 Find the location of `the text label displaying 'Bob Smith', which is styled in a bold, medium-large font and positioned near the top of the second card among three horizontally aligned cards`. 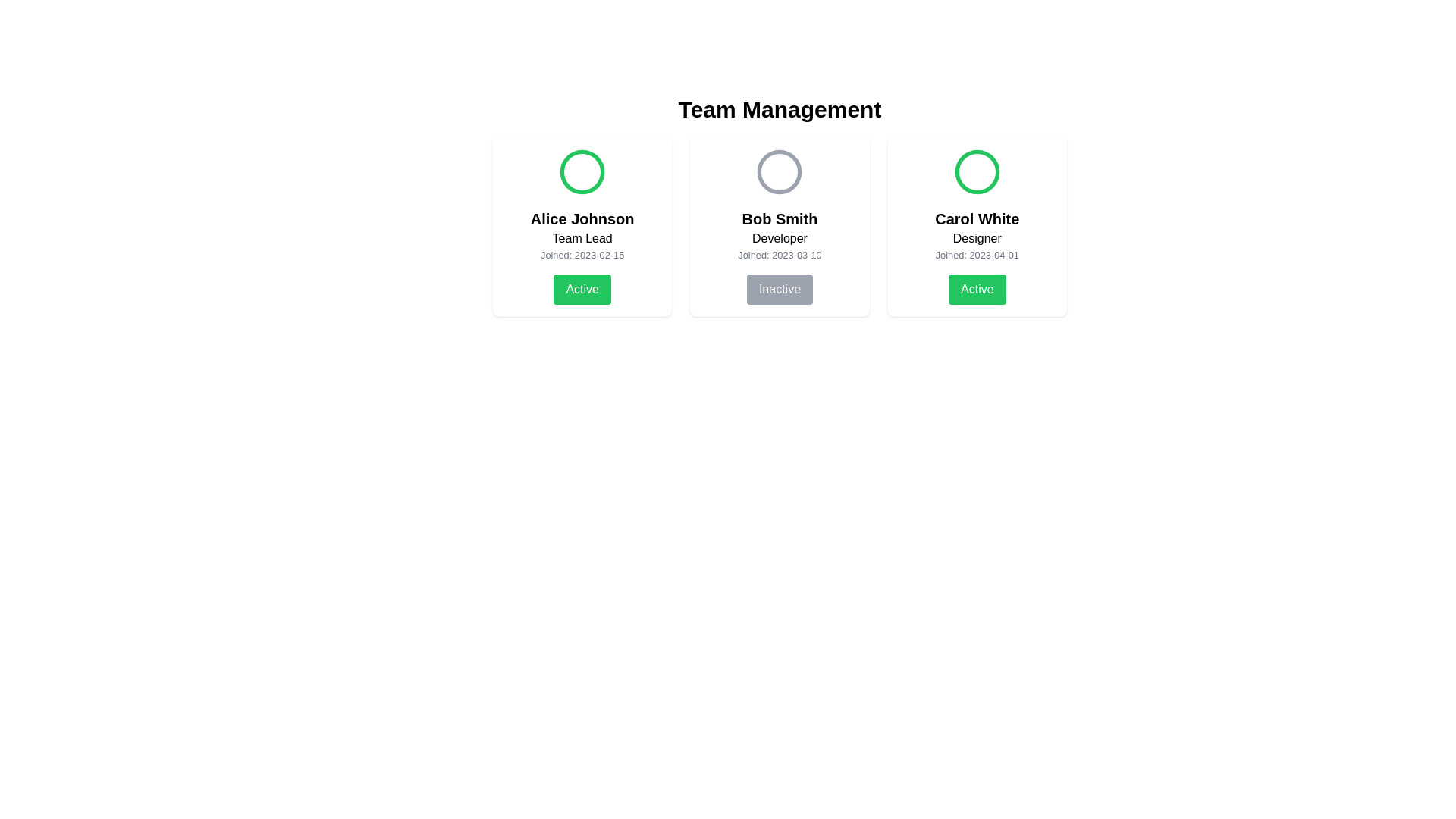

the text label displaying 'Bob Smith', which is styled in a bold, medium-large font and positioned near the top of the second card among three horizontally aligned cards is located at coordinates (780, 219).